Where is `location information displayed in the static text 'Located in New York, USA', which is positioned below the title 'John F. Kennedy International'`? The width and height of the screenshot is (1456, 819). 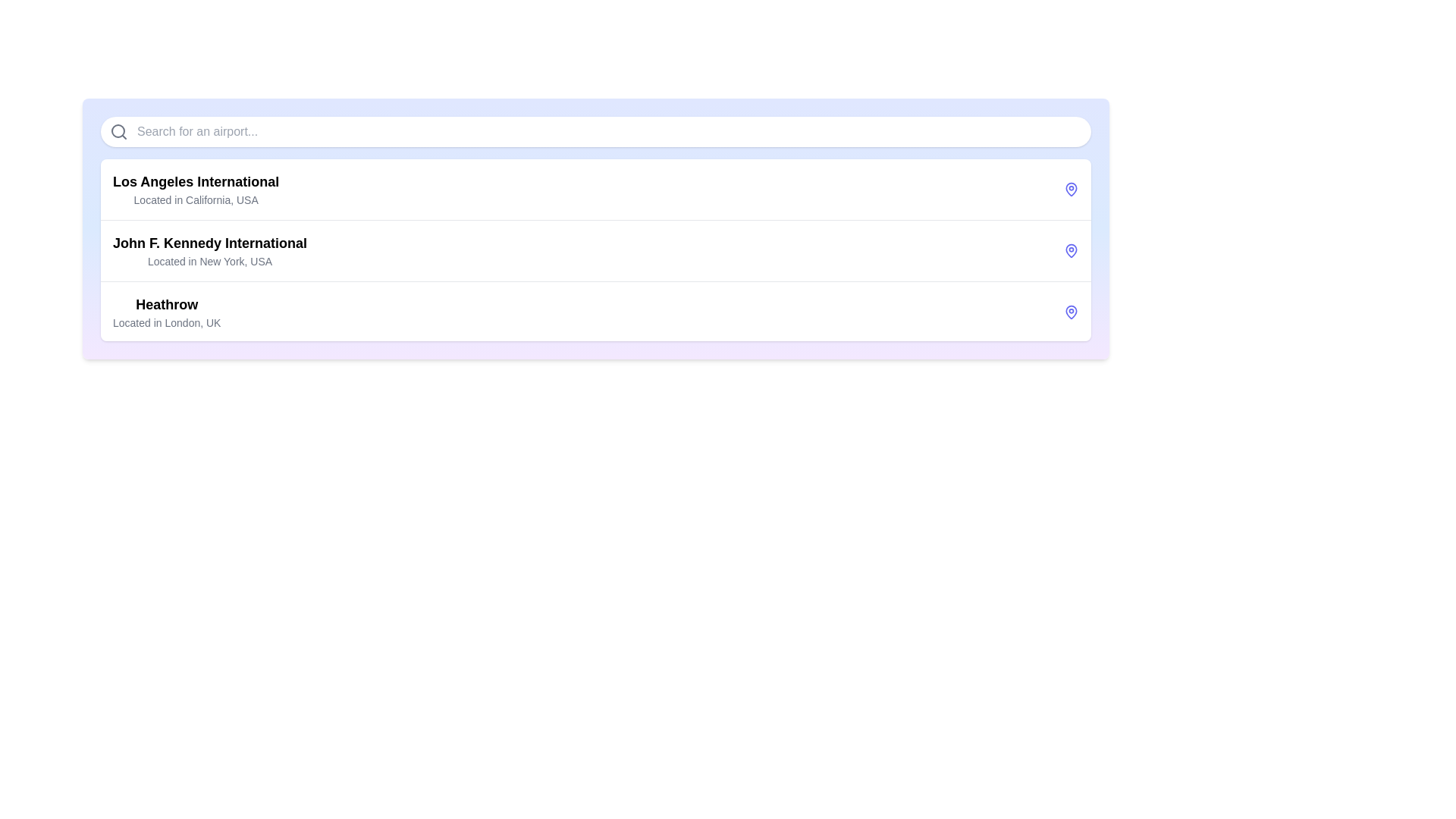 location information displayed in the static text 'Located in New York, USA', which is positioned below the title 'John F. Kennedy International' is located at coordinates (209, 260).